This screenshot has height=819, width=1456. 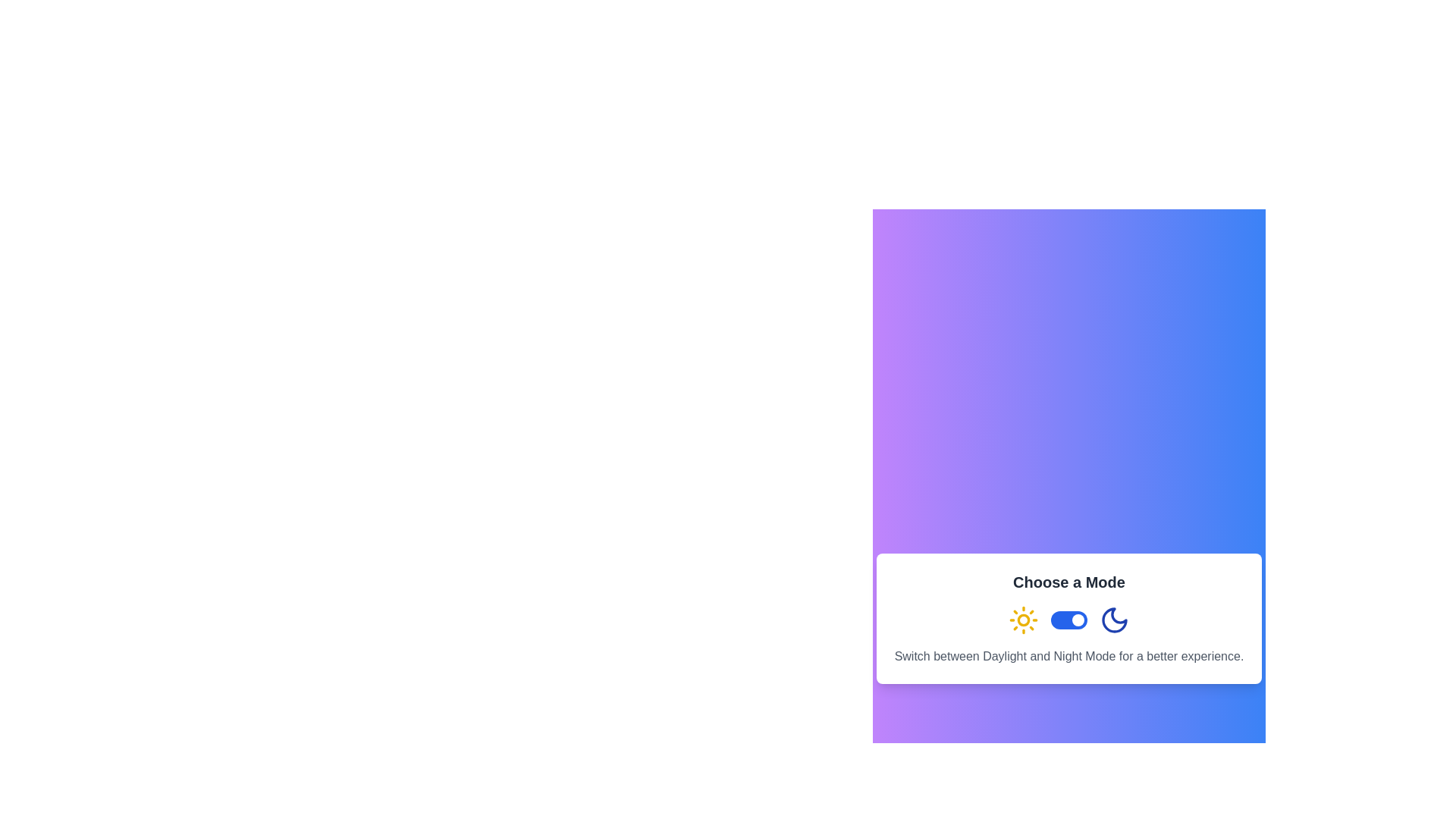 What do you see at coordinates (1077, 620) in the screenshot?
I see `the interactive toggle knob located on the horizontal switch underneath 'Choose a Mode'` at bounding box center [1077, 620].